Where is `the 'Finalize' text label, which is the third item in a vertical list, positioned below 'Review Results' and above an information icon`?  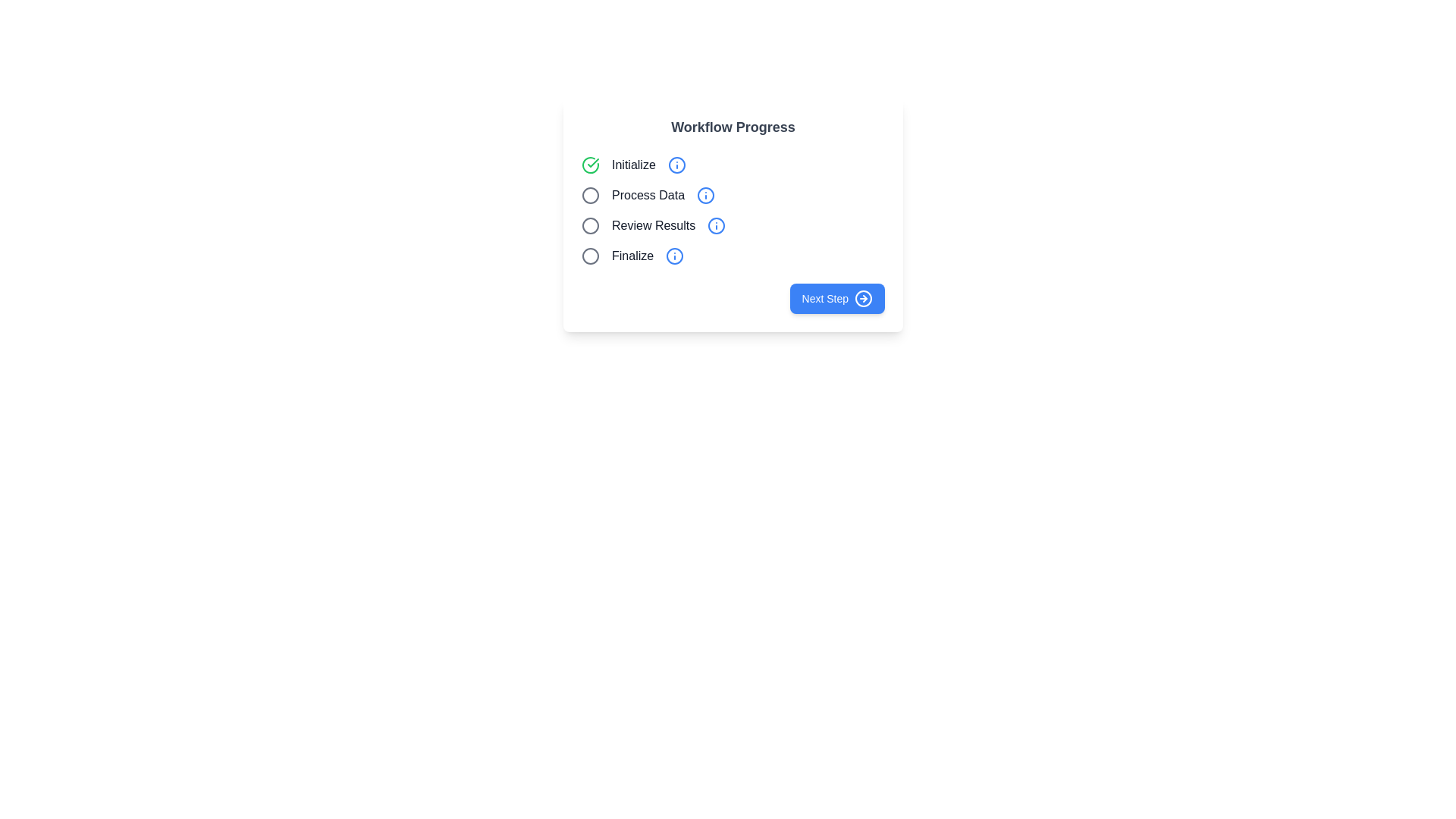
the 'Finalize' text label, which is the third item in a vertical list, positioned below 'Review Results' and above an information icon is located at coordinates (632, 256).